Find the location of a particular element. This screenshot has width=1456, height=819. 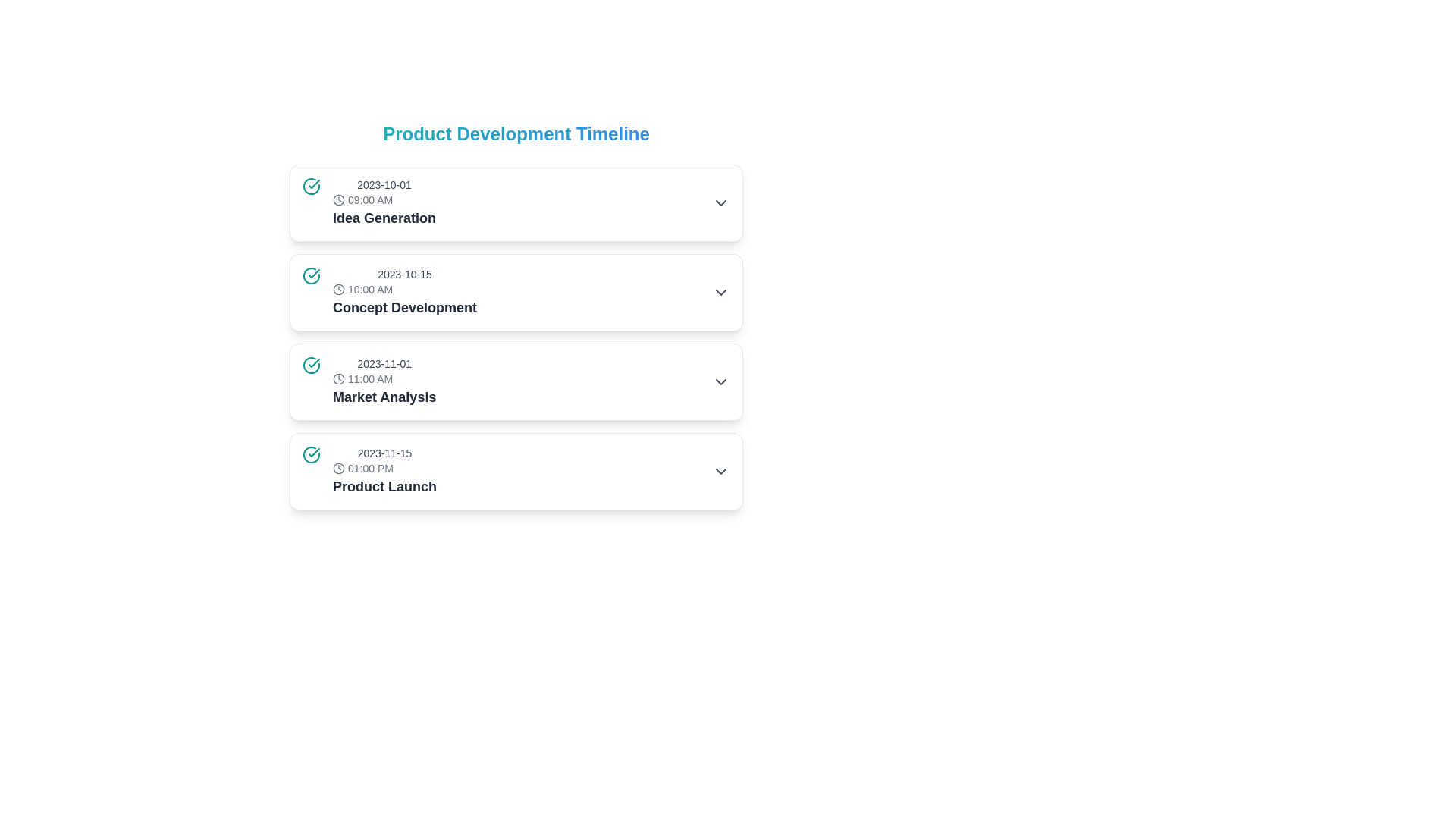

clock icon located to the left of the text '11:00 AM' within the 'Market Analysis' timeline entry, which is the third item in the vertical list under 'Product Development Timeline' is located at coordinates (337, 378).